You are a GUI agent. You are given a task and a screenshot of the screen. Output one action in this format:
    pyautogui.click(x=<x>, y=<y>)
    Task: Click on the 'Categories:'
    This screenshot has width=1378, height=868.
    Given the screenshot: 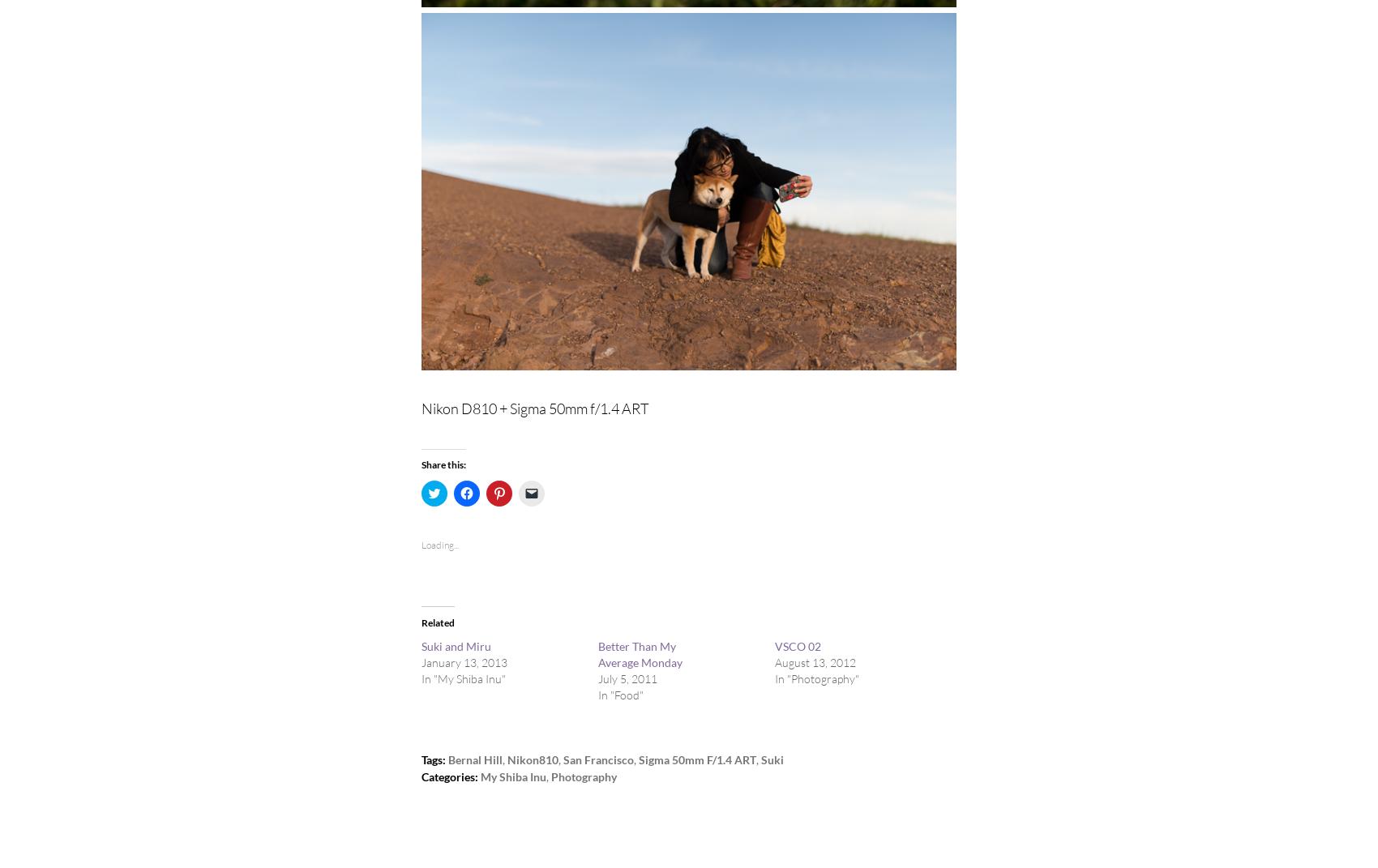 What is the action you would take?
    pyautogui.click(x=449, y=776)
    